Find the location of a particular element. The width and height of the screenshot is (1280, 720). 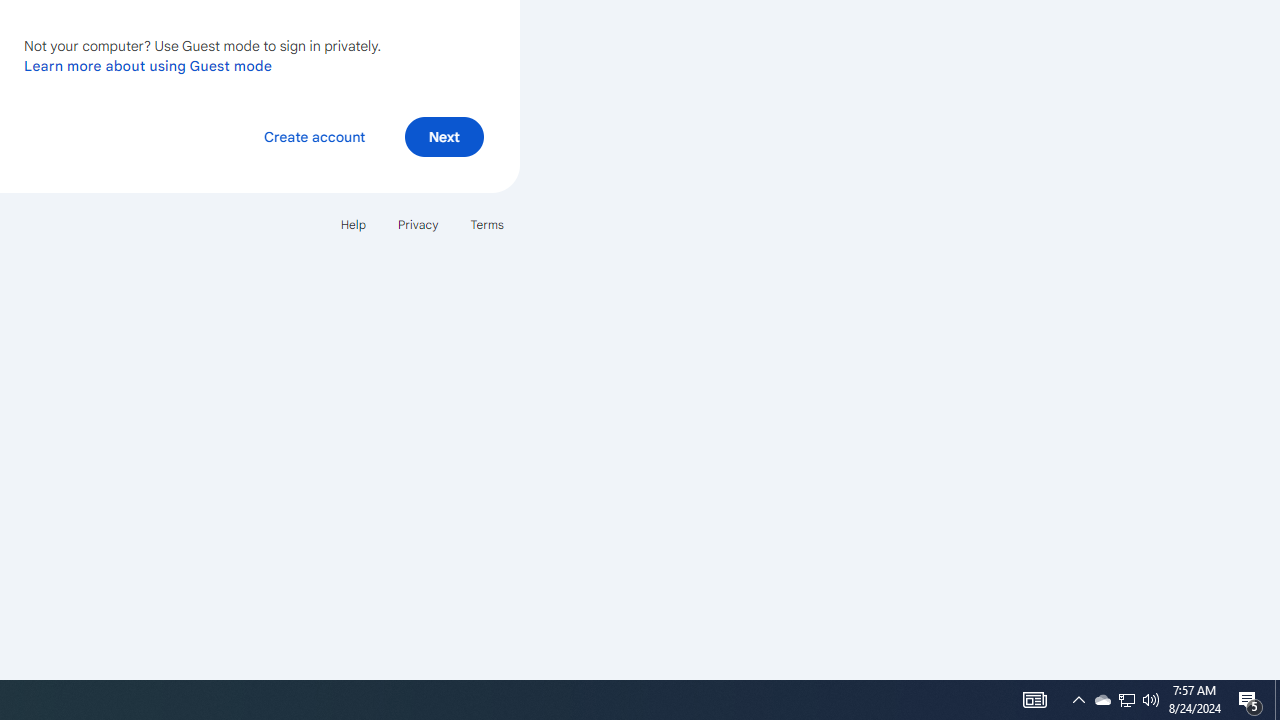

'Next' is located at coordinates (443, 135).